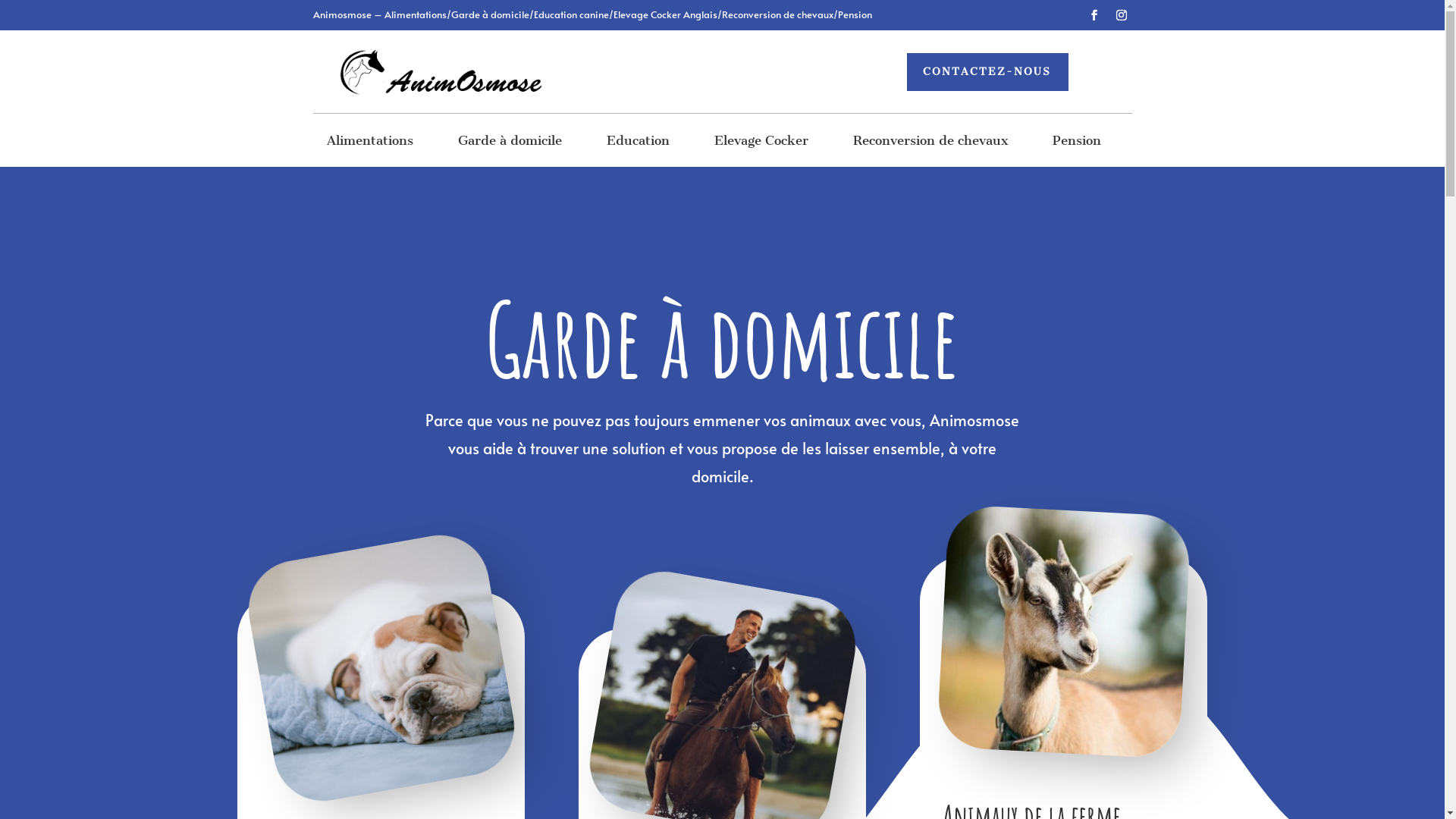 The image size is (1456, 819). Describe the element at coordinates (1057, 626) in the screenshot. I see `'JL'` at that location.